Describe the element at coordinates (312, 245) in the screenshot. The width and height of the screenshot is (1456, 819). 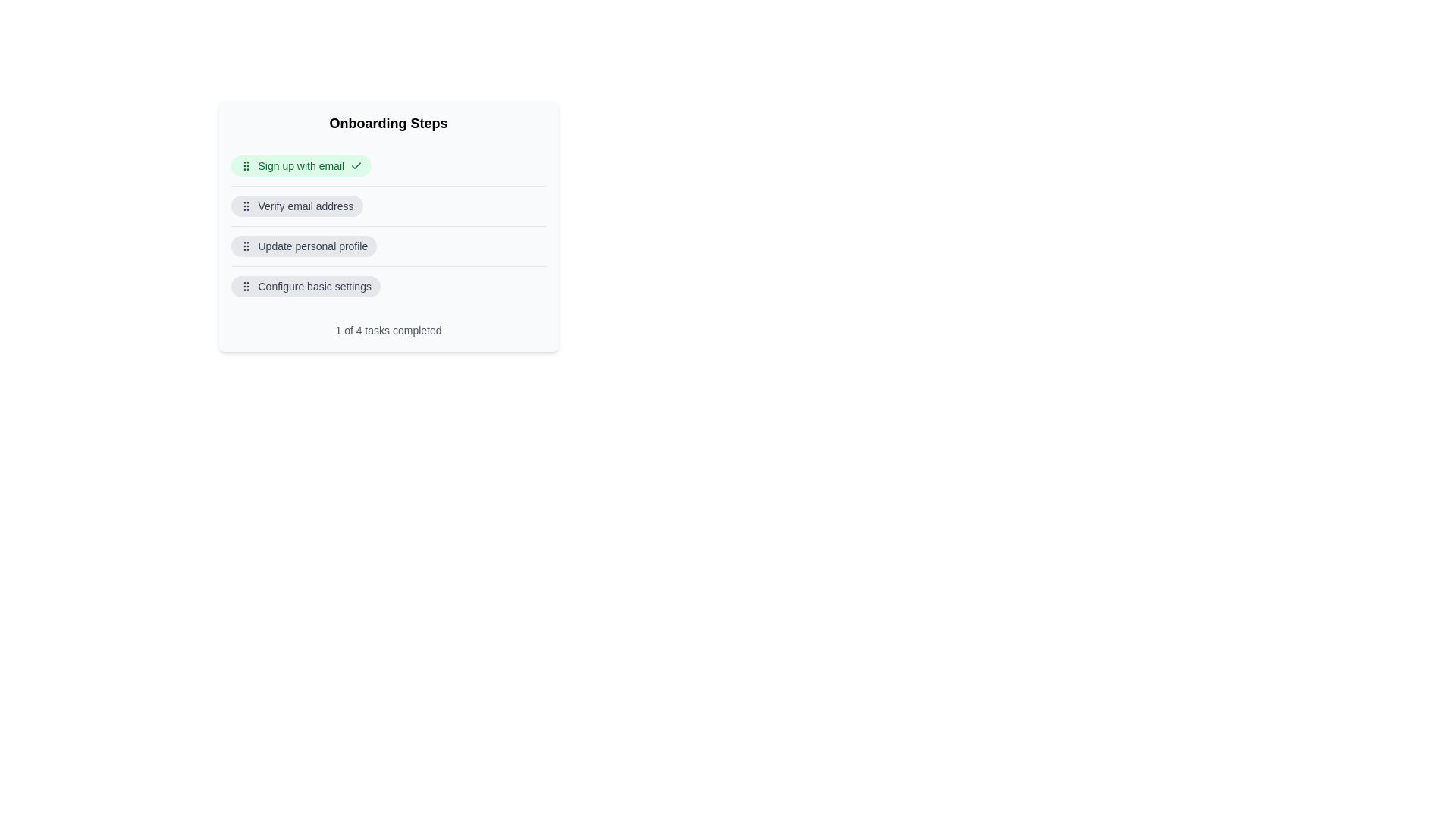
I see `the text label that says 'Update personal profile', which is the third item in the onboarding steps list` at that location.